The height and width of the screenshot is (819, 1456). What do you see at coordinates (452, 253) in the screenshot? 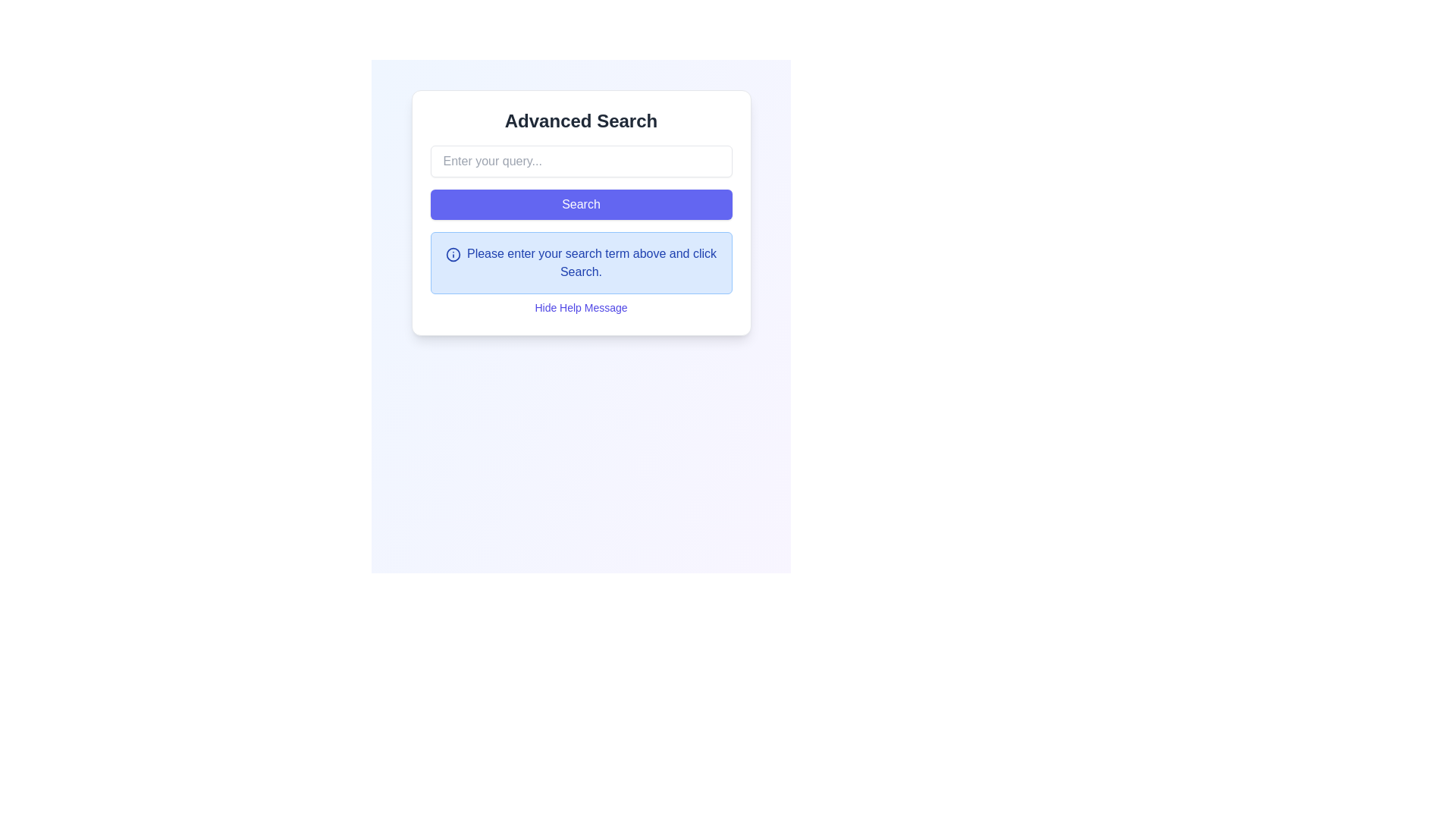
I see `the circular 'i' icon that serves as an informational indicator located on the left side of the notification box` at bounding box center [452, 253].